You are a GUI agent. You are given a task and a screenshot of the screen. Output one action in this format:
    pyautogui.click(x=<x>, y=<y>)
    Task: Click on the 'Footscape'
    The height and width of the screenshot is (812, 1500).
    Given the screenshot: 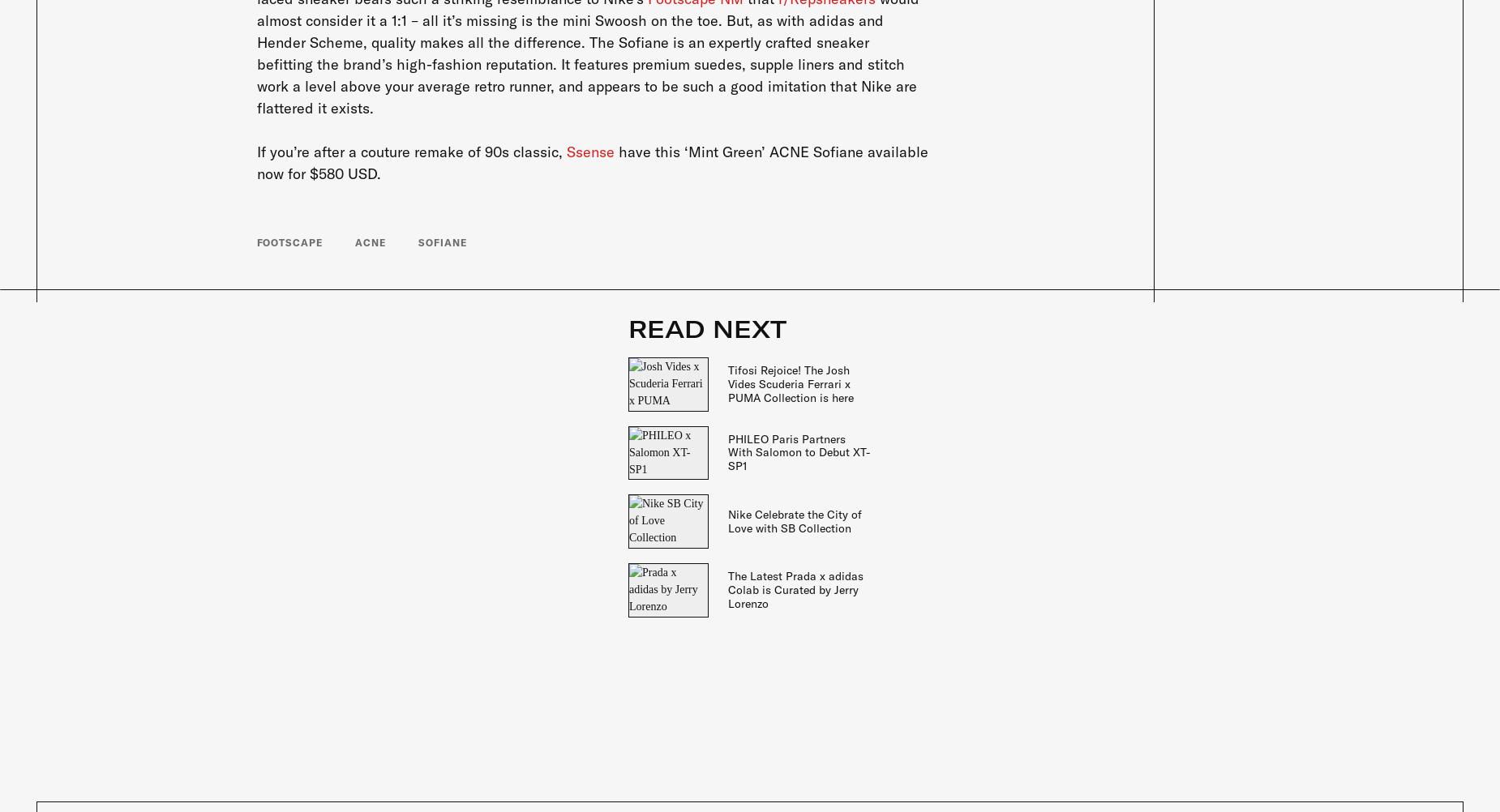 What is the action you would take?
    pyautogui.click(x=289, y=241)
    